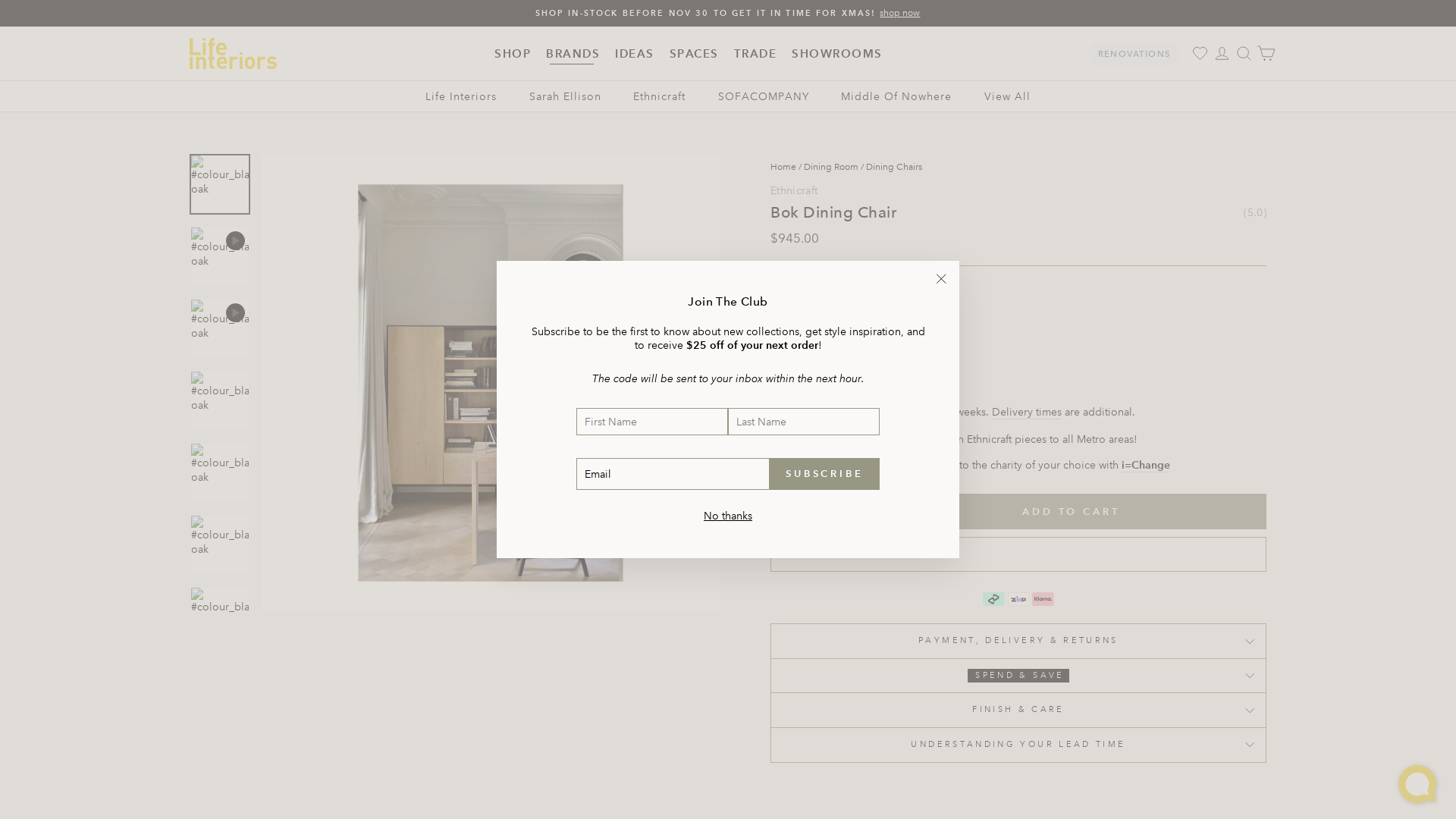  Describe the element at coordinates (1222, 52) in the screenshot. I see `'ACCOUNT` at that location.